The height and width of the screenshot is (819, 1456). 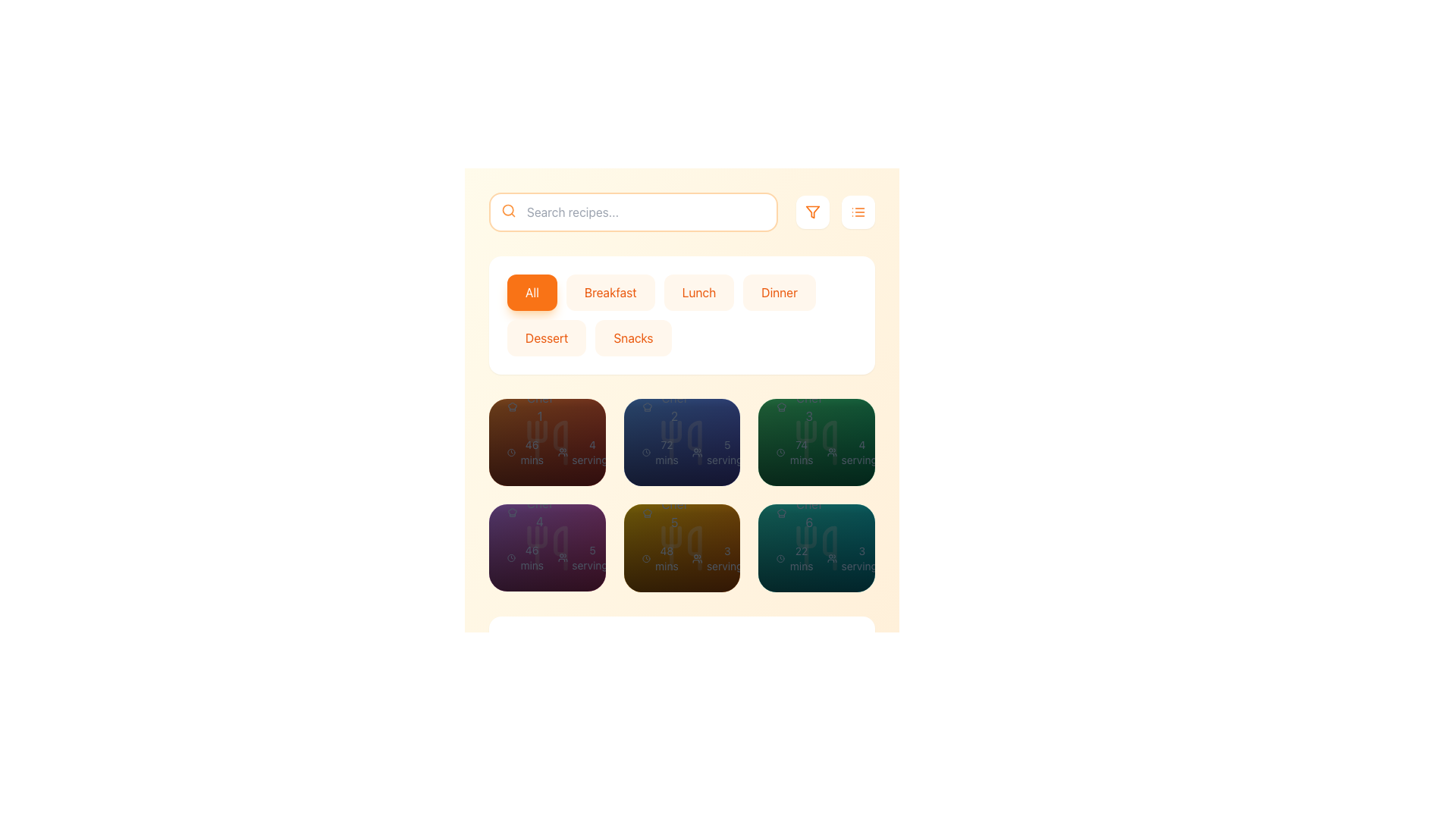 What do you see at coordinates (811, 212) in the screenshot?
I see `the filter button with an SVG icon, which resembles an inverted triangle funnel outlined in orange` at bounding box center [811, 212].